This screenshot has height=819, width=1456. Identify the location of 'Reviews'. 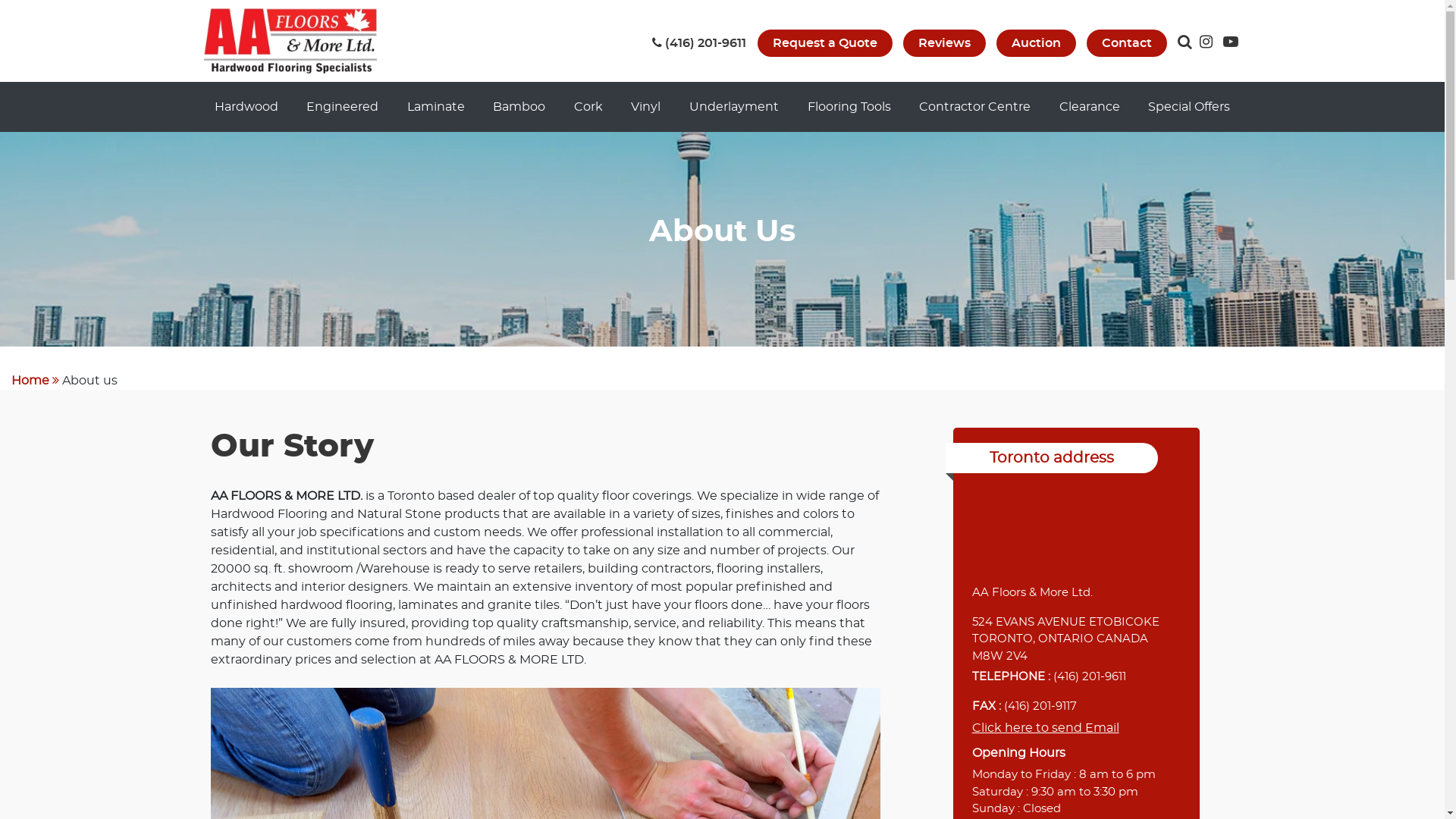
(943, 42).